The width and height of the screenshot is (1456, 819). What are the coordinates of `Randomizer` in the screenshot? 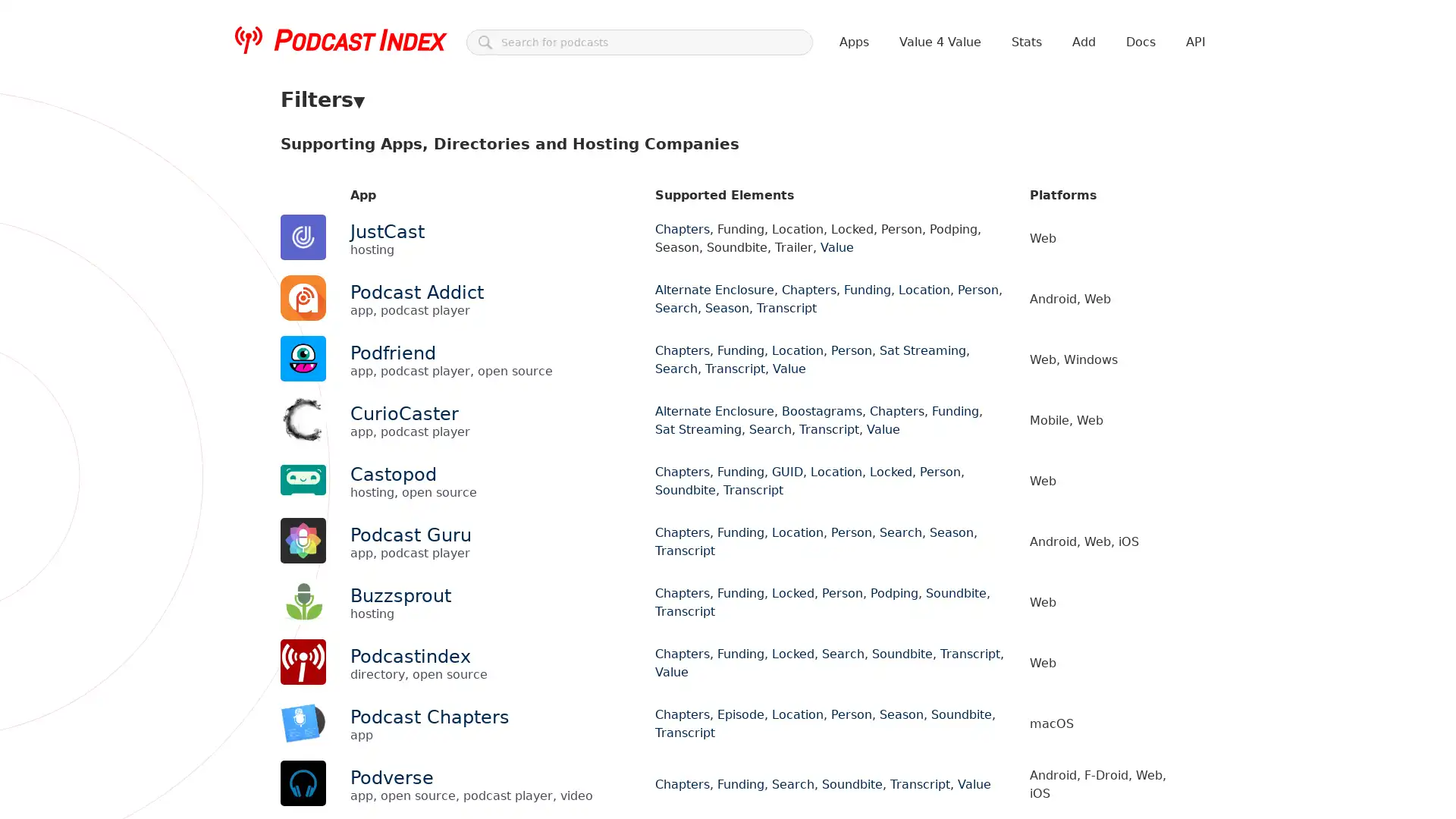 It's located at (1000, 229).